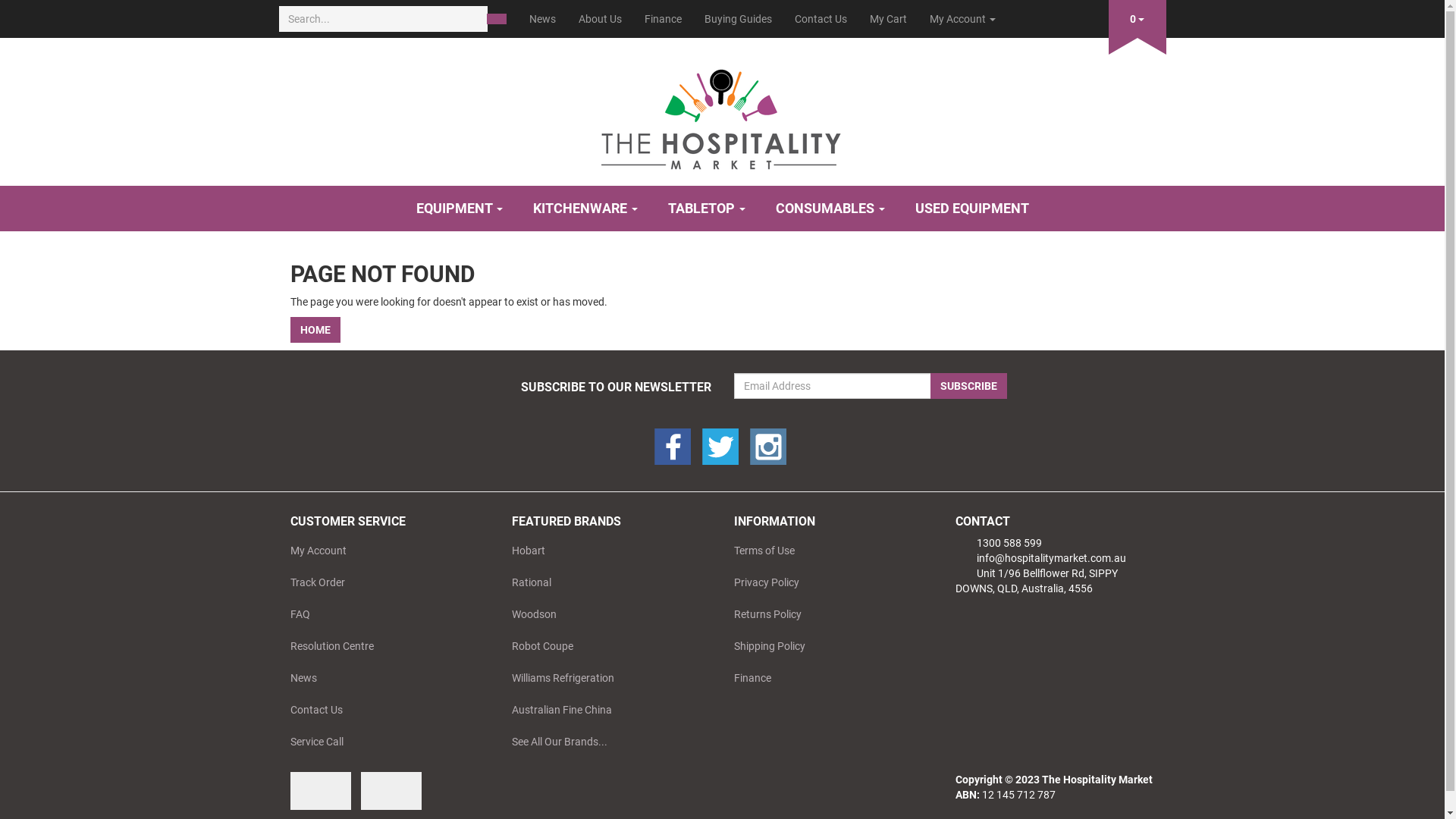 The image size is (1456, 819). What do you see at coordinates (722, 113) in the screenshot?
I see `'The Hospitality Market'` at bounding box center [722, 113].